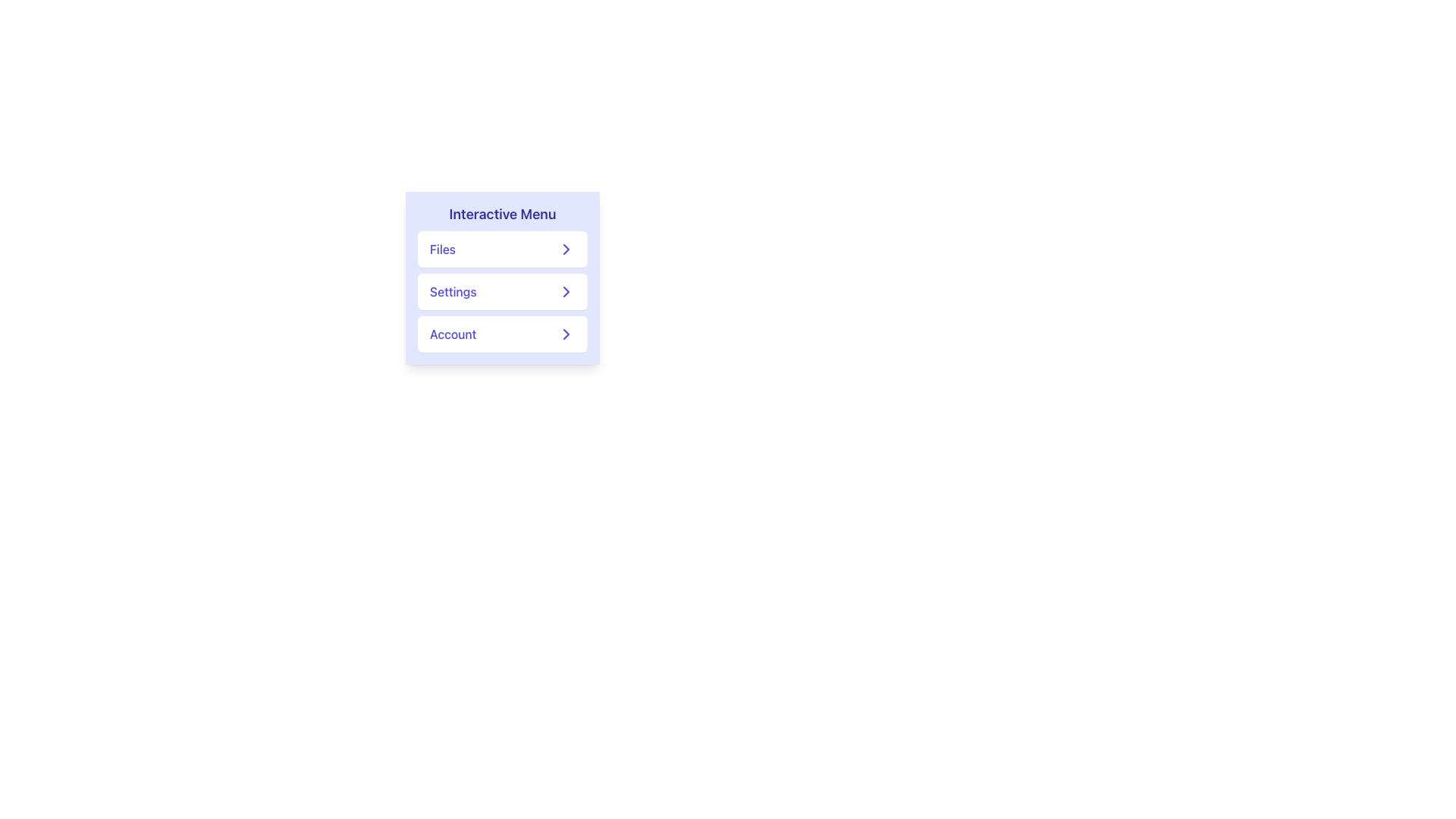 This screenshot has width=1456, height=819. What do you see at coordinates (566, 292) in the screenshot?
I see `the indigo right-pointing chevron icon within the 'Settings' menu item, which is the second menu entry in a vertical stack` at bounding box center [566, 292].